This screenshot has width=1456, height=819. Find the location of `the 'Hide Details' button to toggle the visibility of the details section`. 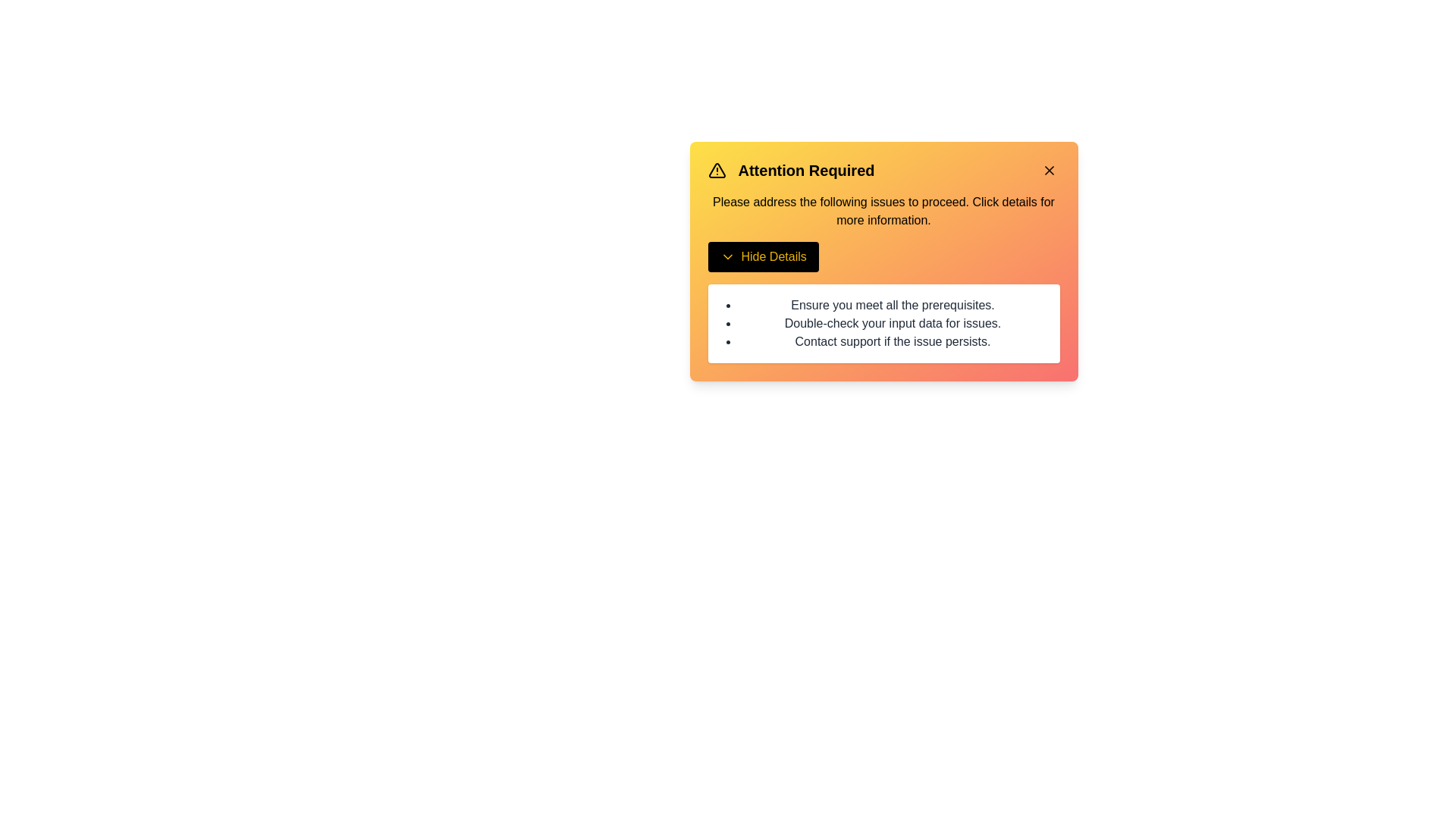

the 'Hide Details' button to toggle the visibility of the details section is located at coordinates (763, 256).